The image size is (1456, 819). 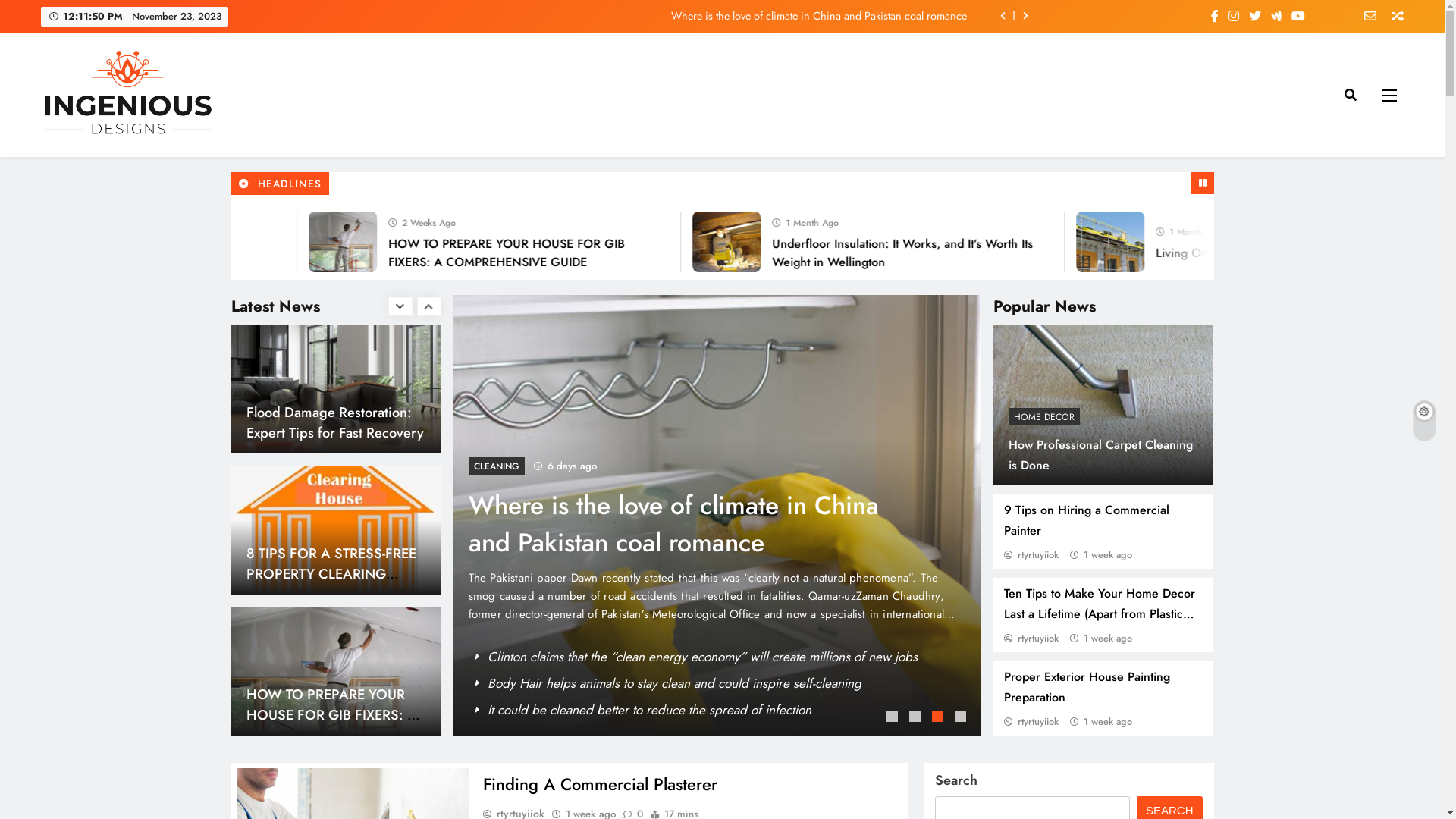 What do you see at coordinates (491, 465) in the screenshot?
I see `'6 days ago'` at bounding box center [491, 465].